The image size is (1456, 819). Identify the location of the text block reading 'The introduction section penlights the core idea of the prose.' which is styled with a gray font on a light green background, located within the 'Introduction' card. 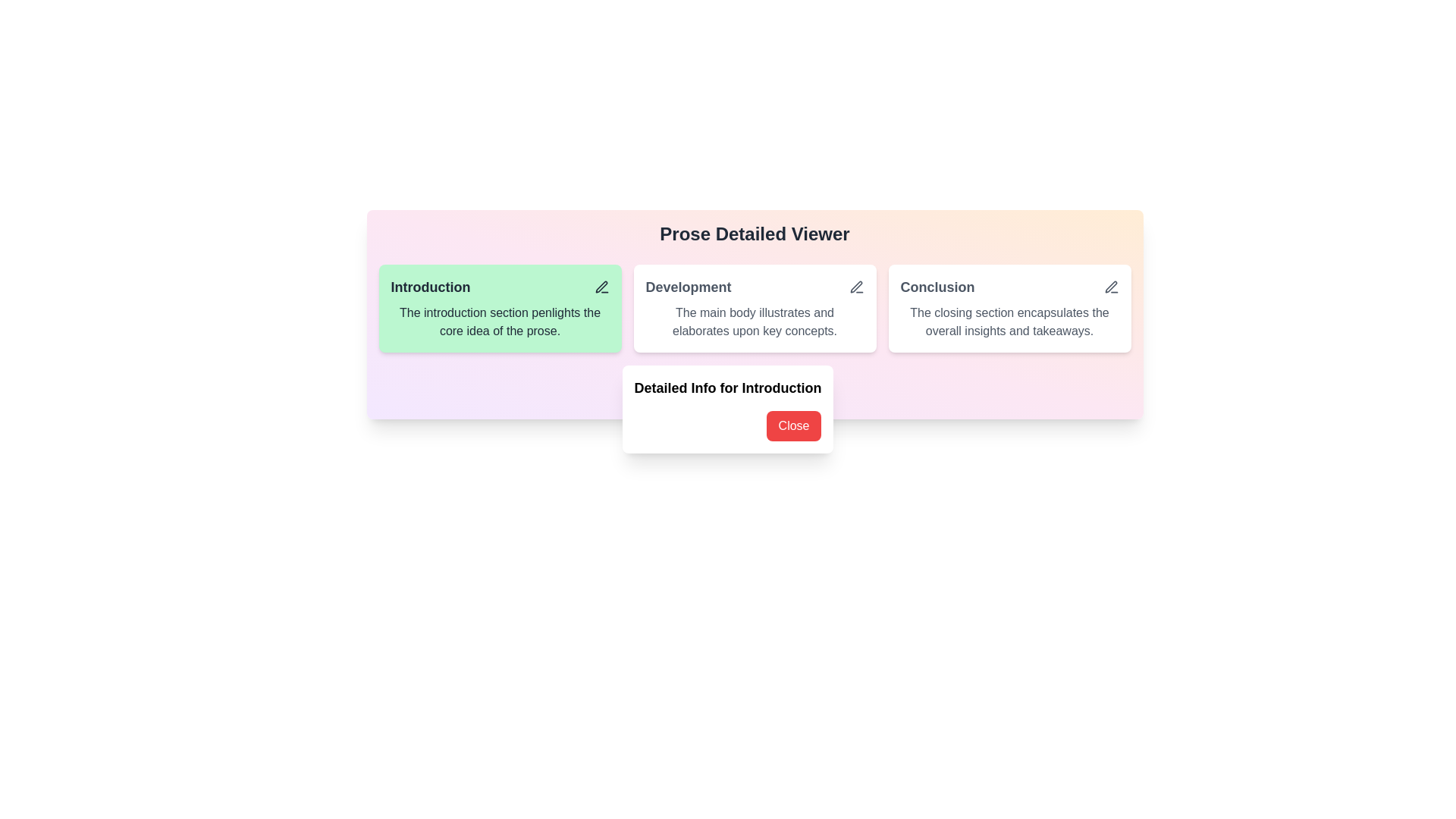
(500, 321).